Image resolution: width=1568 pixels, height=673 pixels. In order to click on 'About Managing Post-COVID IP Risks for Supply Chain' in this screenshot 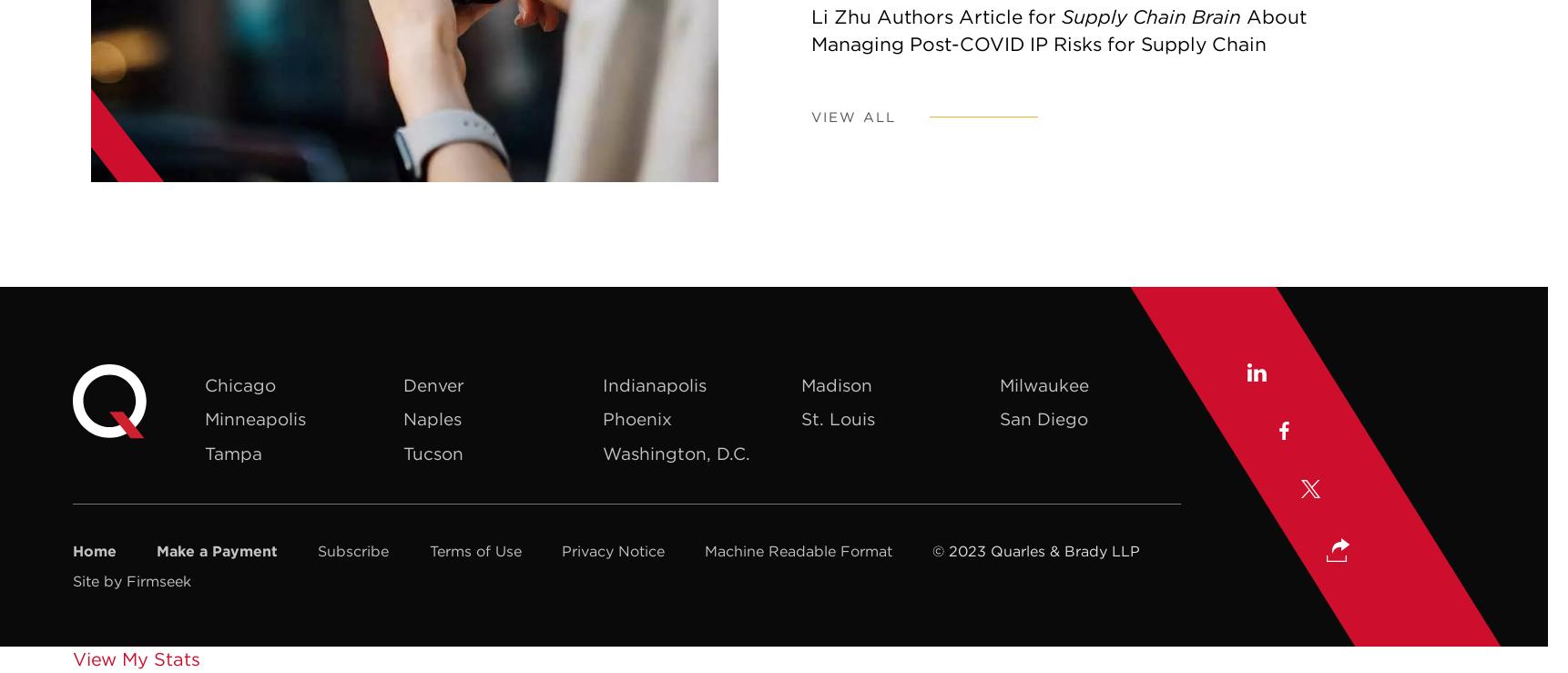, I will do `click(1059, 29)`.